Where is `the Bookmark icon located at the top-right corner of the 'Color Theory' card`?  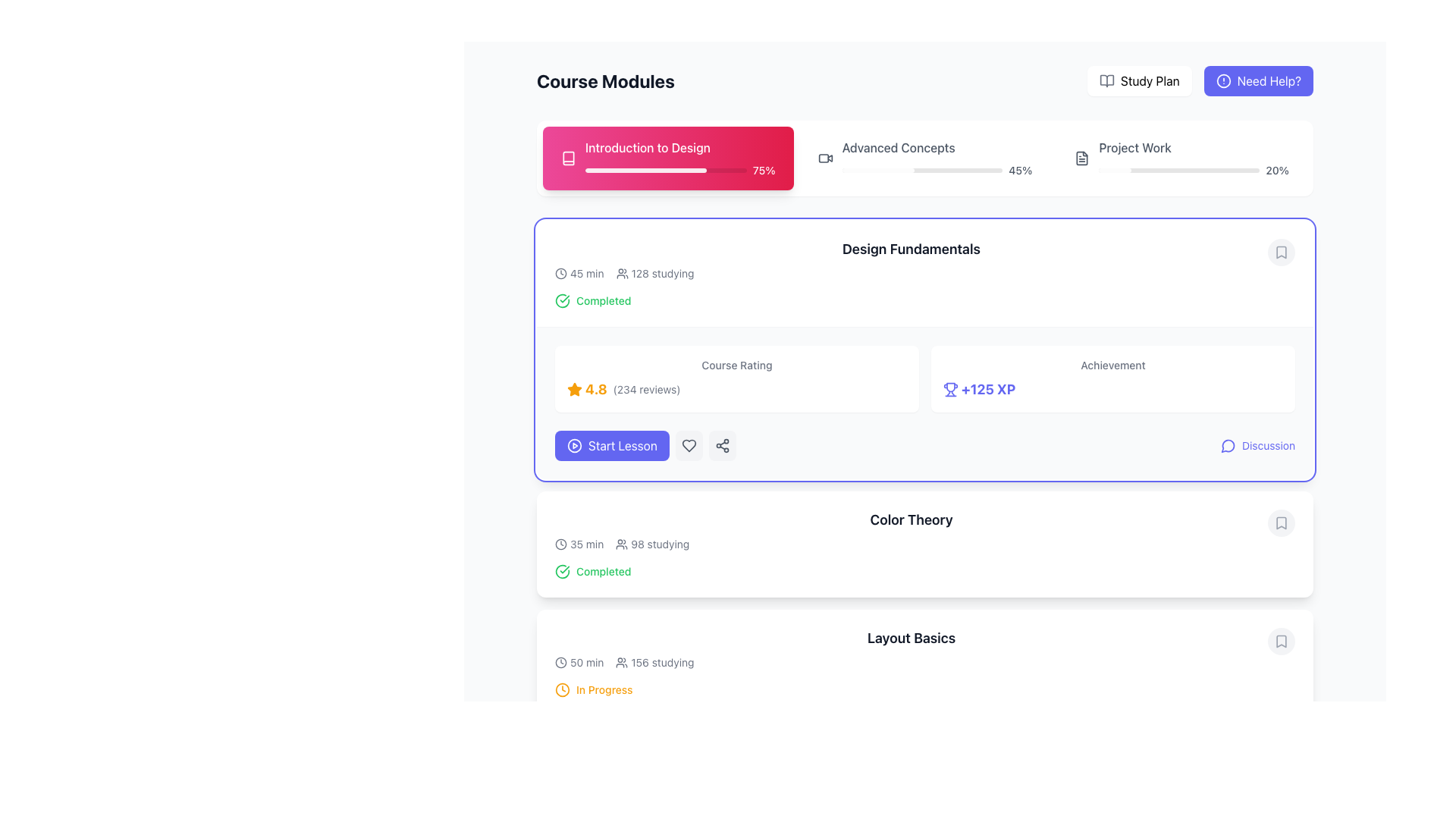 the Bookmark icon located at the top-right corner of the 'Color Theory' card is located at coordinates (1280, 522).